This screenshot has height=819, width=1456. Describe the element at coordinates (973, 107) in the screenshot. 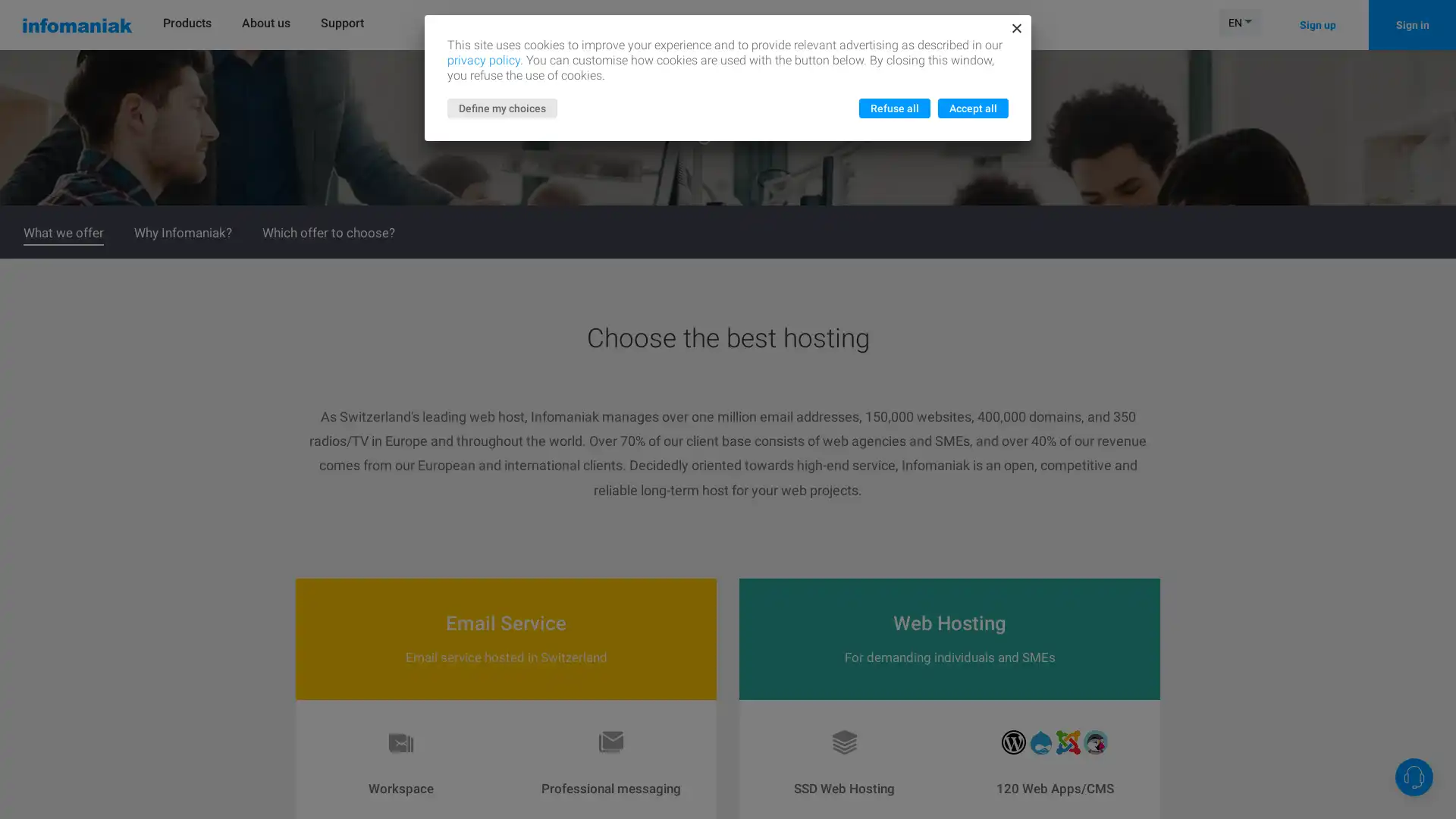

I see `Accept all` at that location.